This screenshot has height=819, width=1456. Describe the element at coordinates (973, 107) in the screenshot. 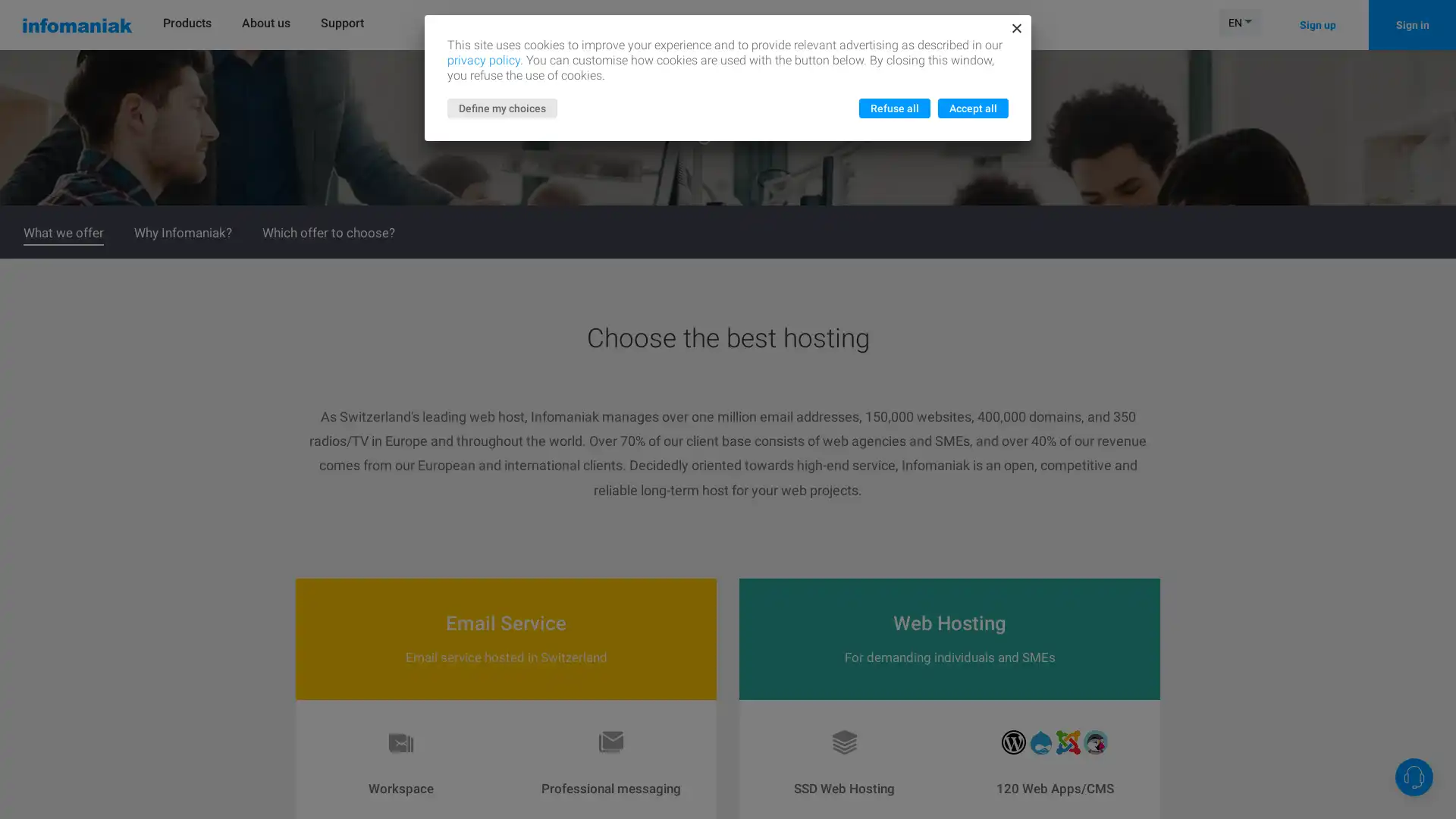

I see `Accept all` at that location.